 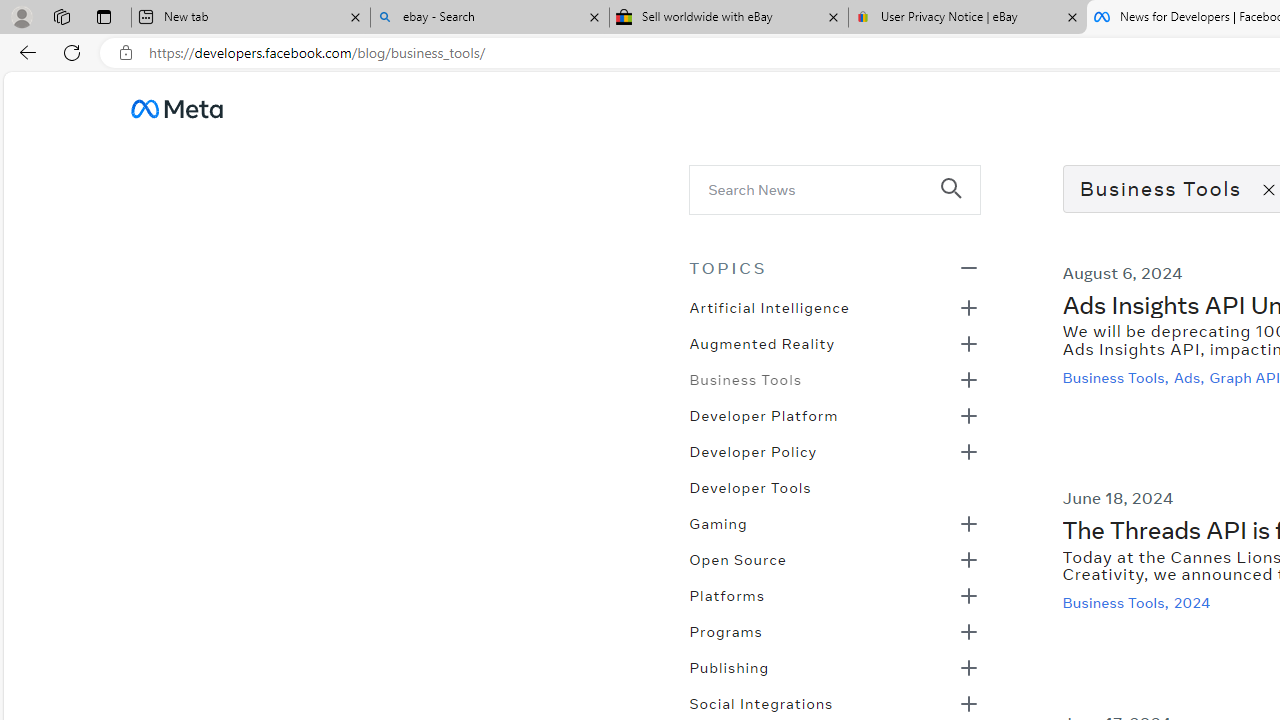 What do you see at coordinates (176, 108) in the screenshot?
I see `'AutomationID: u_0_4z_2S'` at bounding box center [176, 108].